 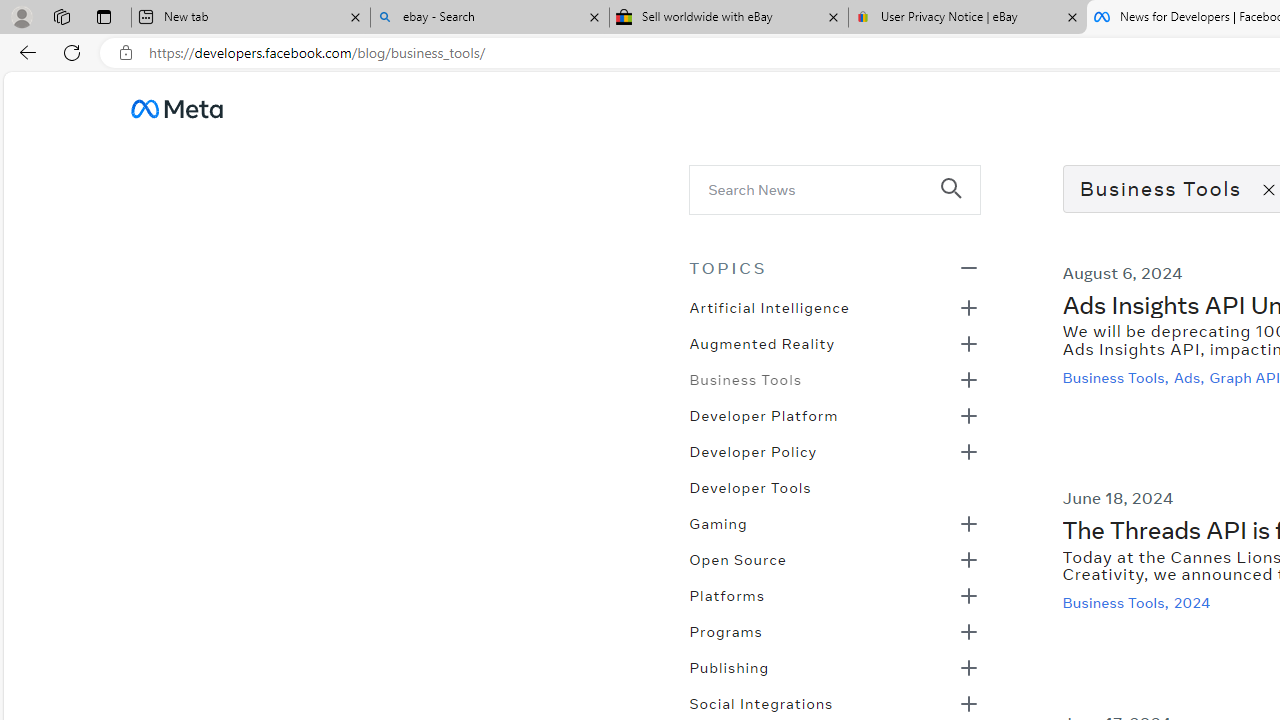 What do you see at coordinates (176, 108) in the screenshot?
I see `'AutomationID: u_0_4z_2S'` at bounding box center [176, 108].